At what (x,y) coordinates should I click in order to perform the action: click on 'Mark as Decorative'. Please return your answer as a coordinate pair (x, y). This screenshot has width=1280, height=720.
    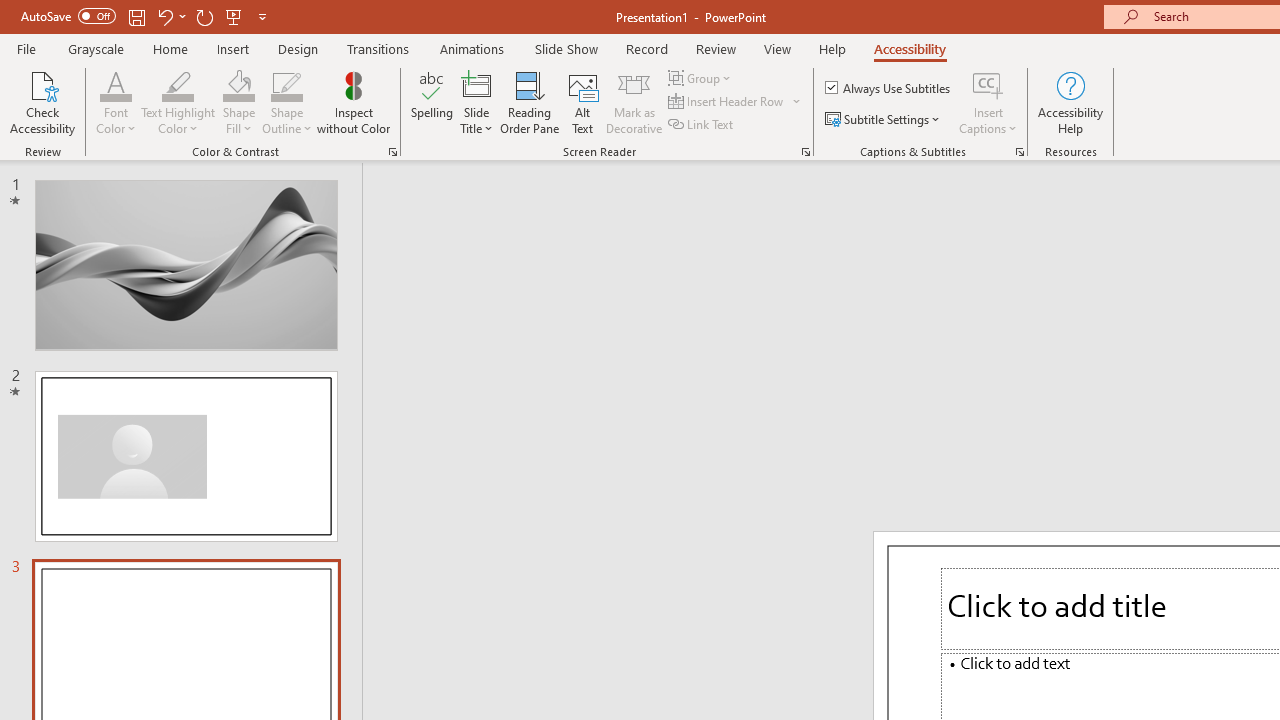
    Looking at the image, I should click on (633, 103).